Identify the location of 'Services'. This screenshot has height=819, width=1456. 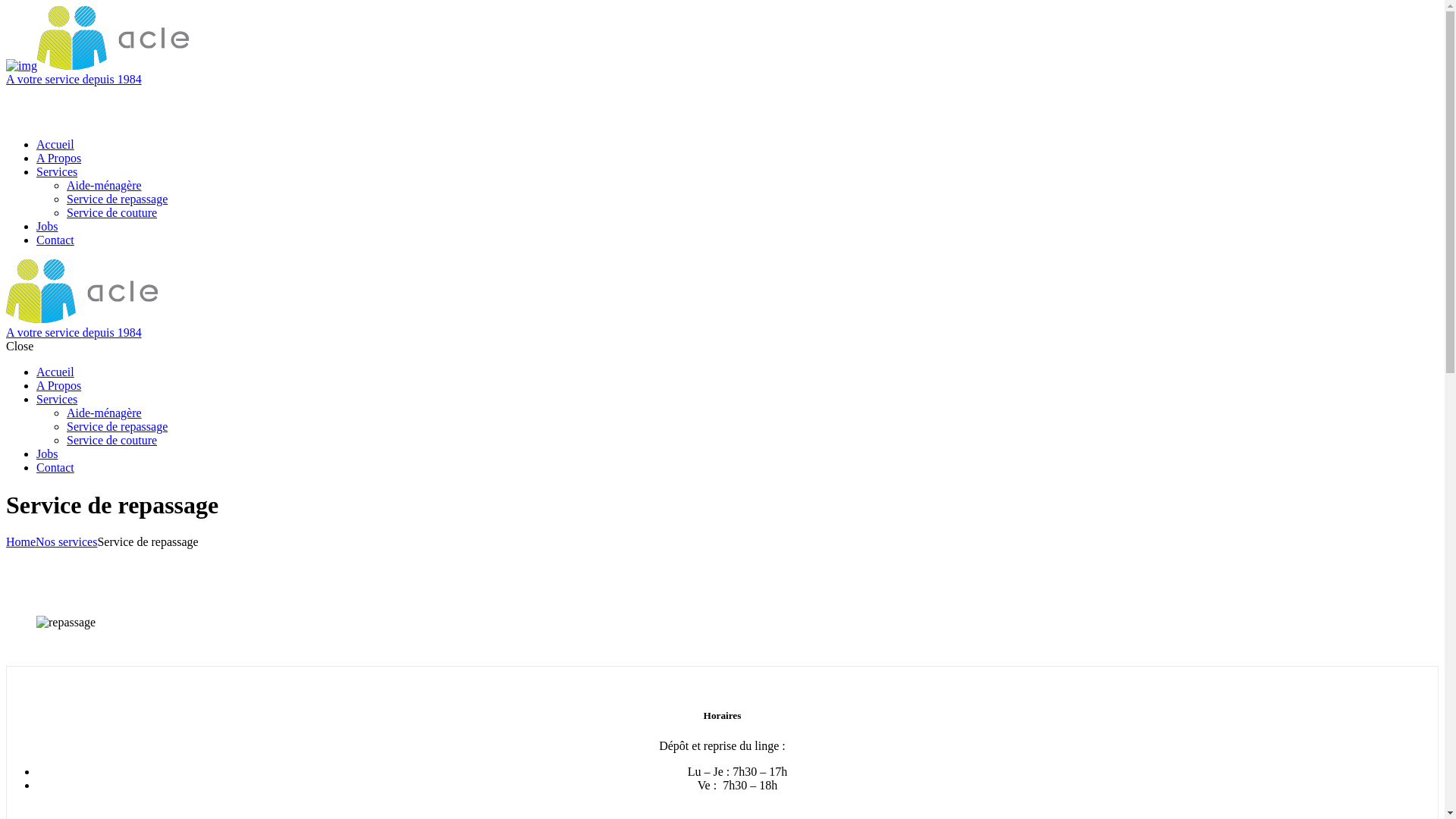
(57, 171).